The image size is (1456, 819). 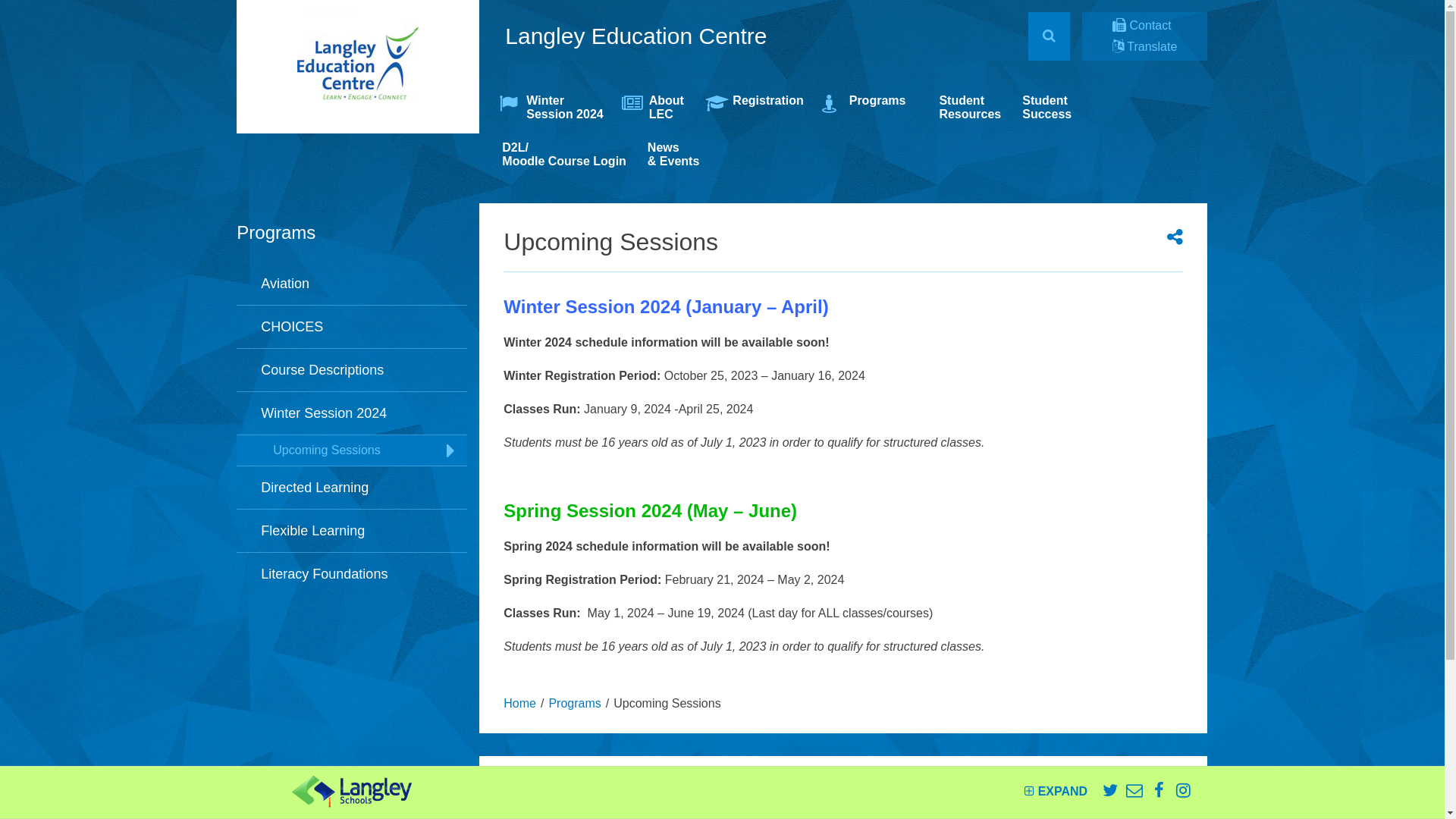 I want to click on 'Registration', so click(x=697, y=107).